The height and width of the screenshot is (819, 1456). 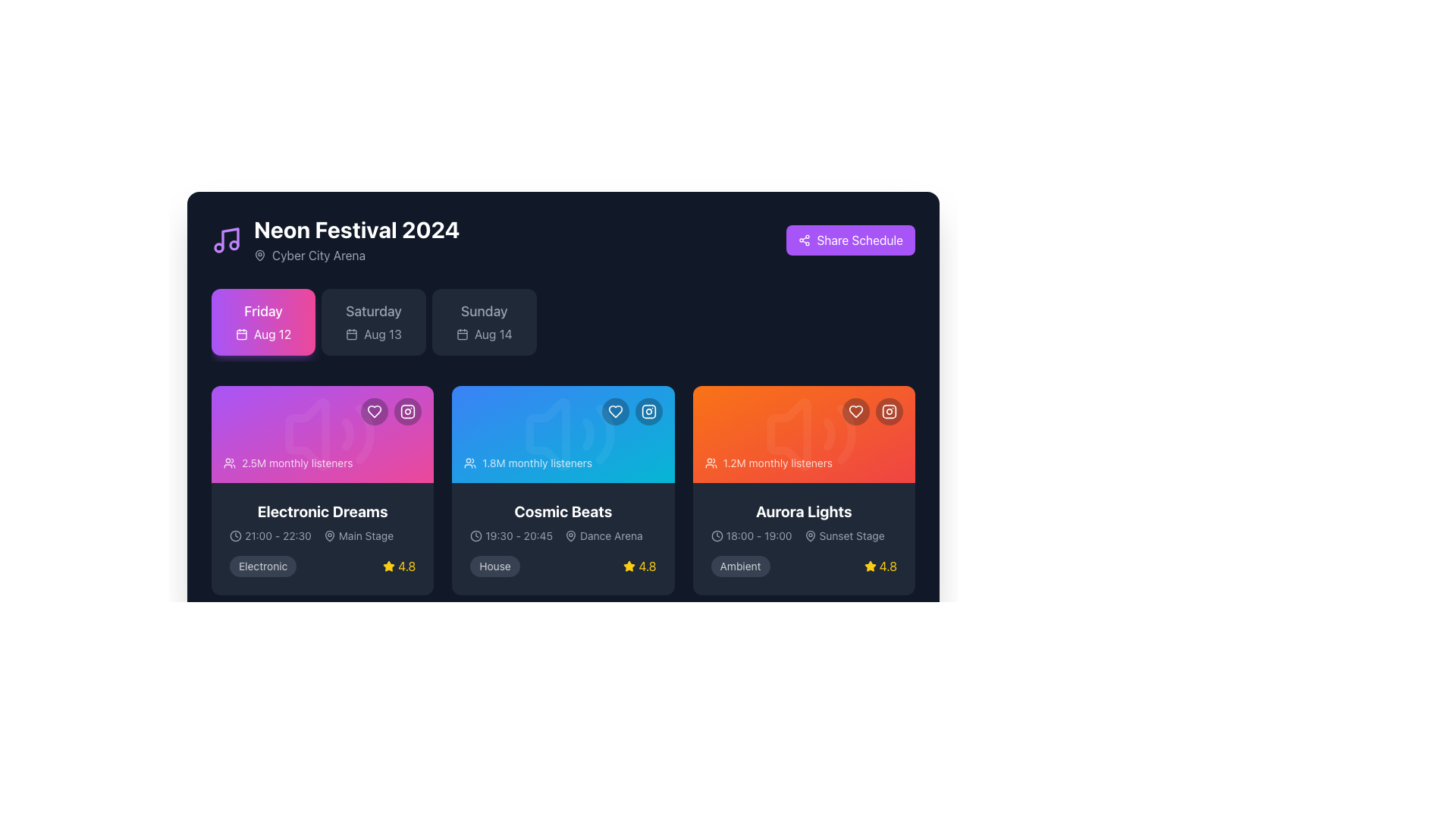 I want to click on the button labeled 'Saturday' with a dark gray background, so click(x=374, y=321).